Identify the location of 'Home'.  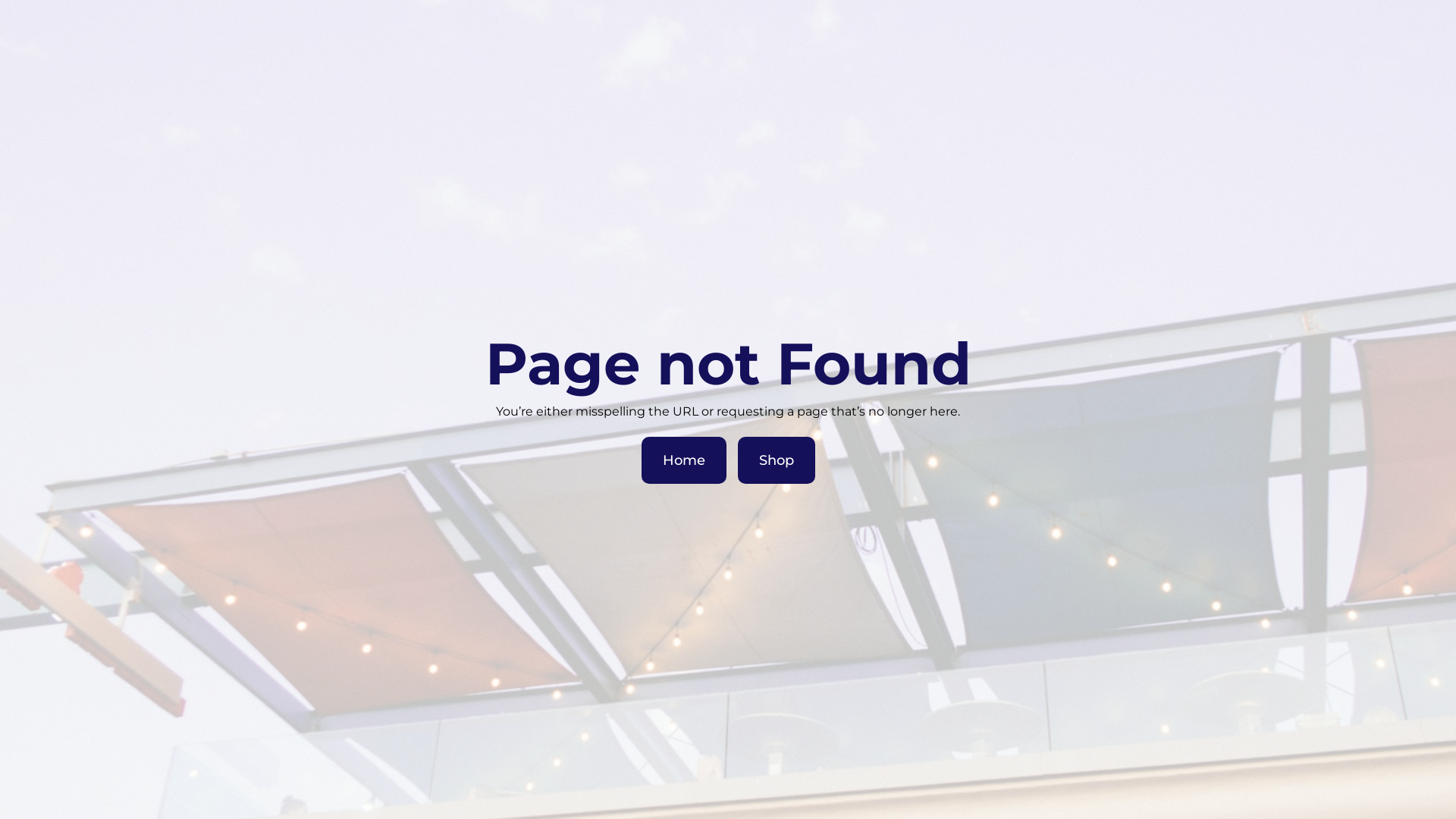
(683, 459).